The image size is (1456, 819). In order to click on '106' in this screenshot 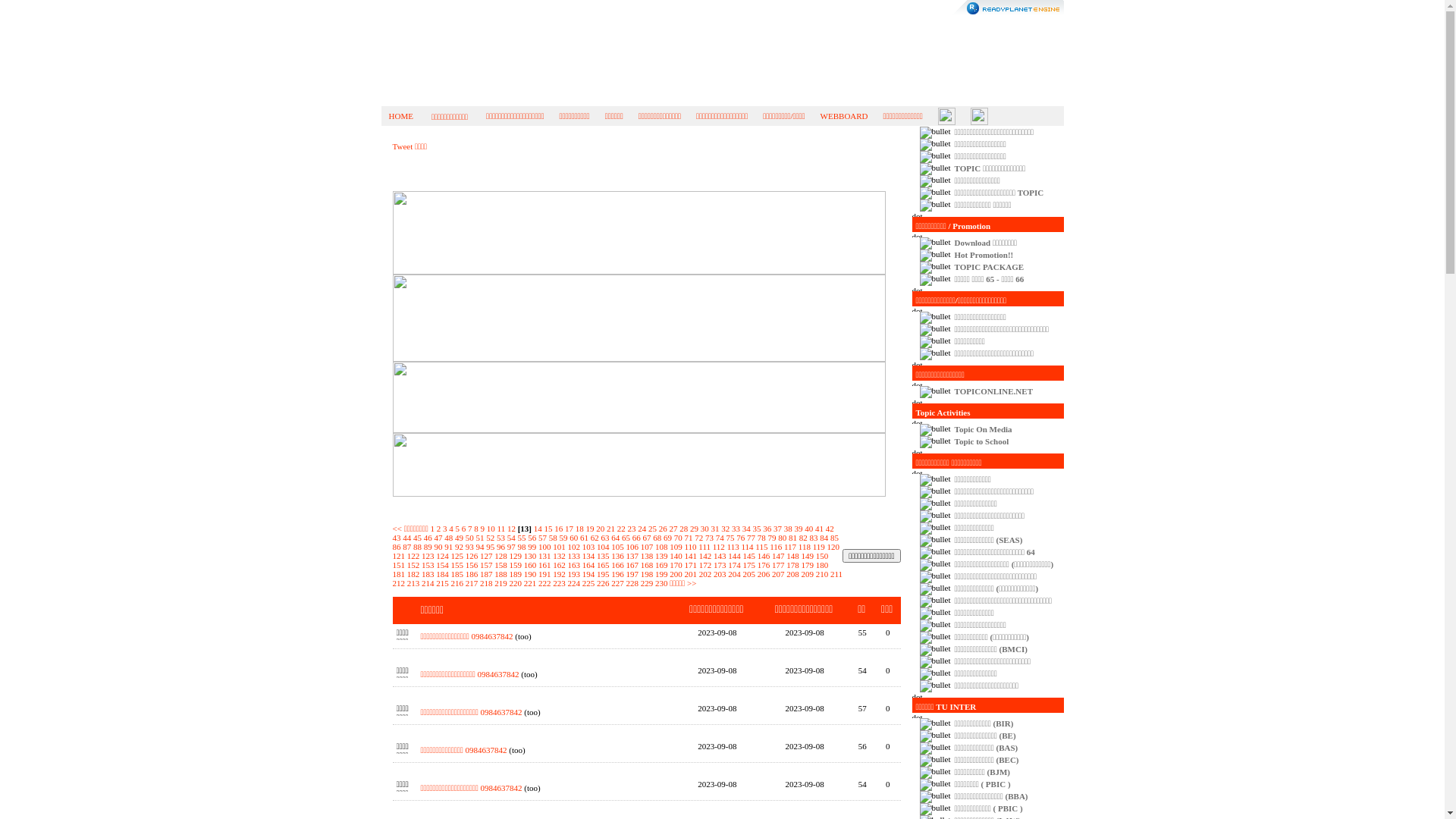, I will do `click(632, 547)`.